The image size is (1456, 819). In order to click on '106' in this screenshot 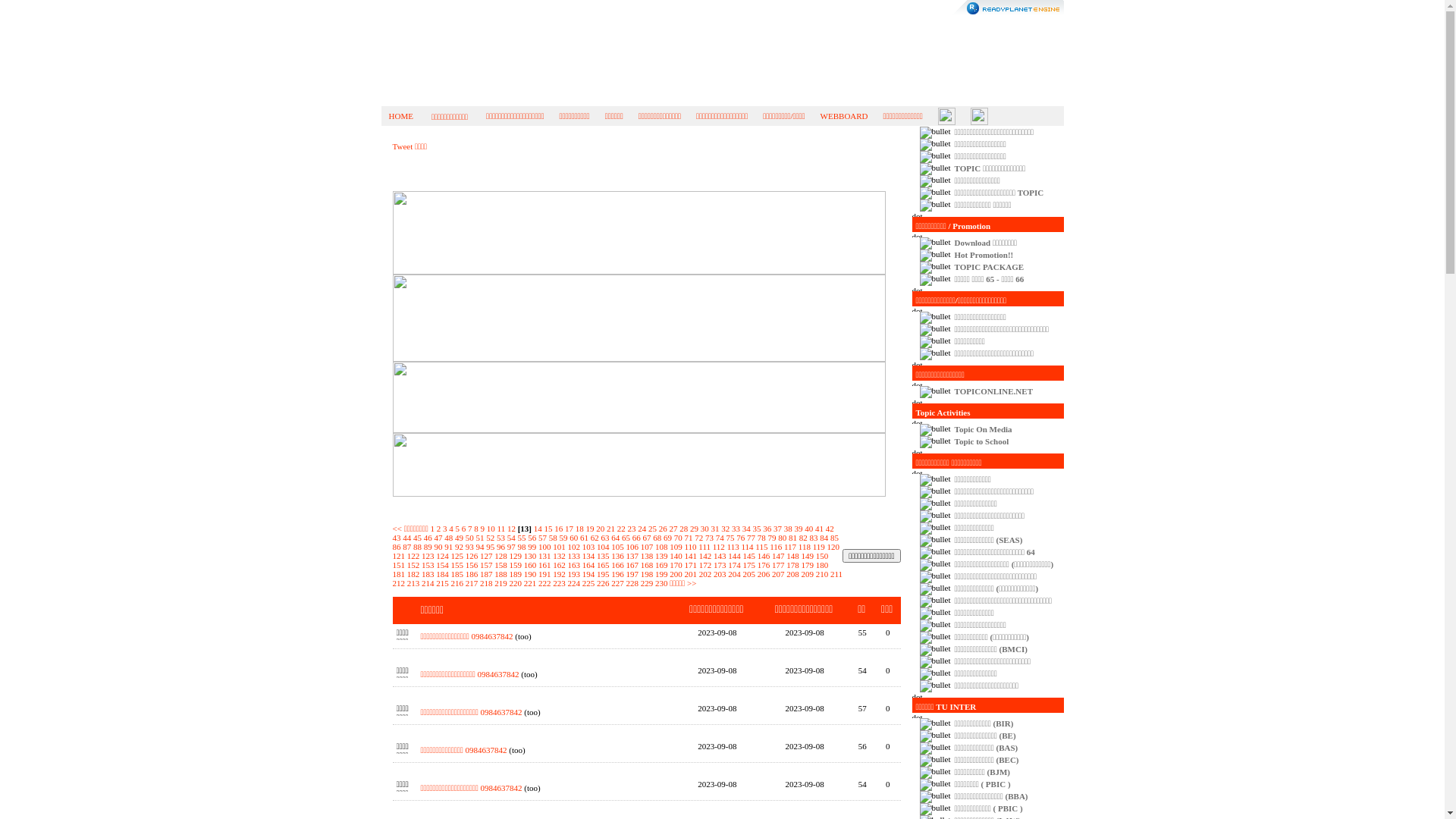, I will do `click(632, 547)`.